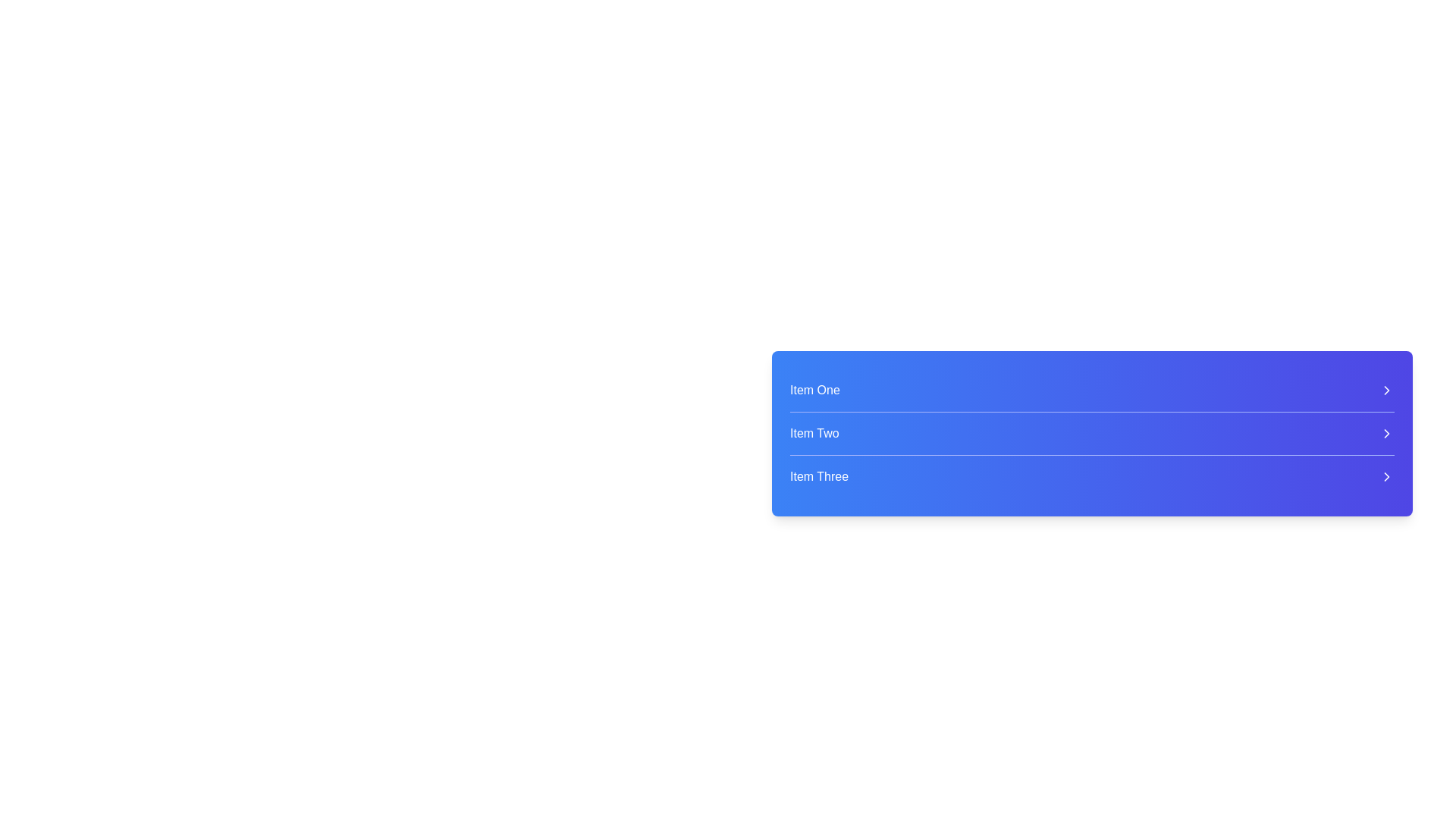 The height and width of the screenshot is (819, 1456). I want to click on the chevron icon for 'Item Three', so click(1386, 475).